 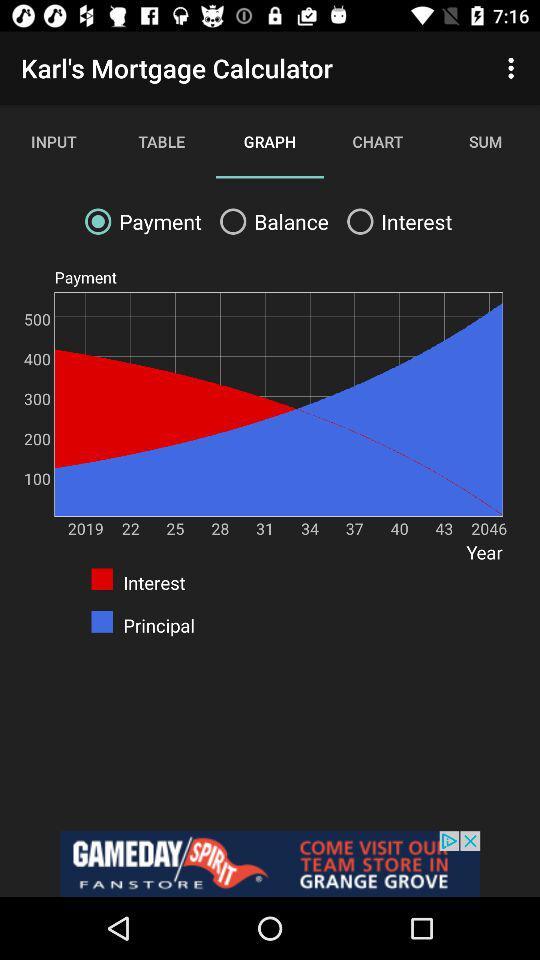 I want to click on advertisement page, so click(x=270, y=863).